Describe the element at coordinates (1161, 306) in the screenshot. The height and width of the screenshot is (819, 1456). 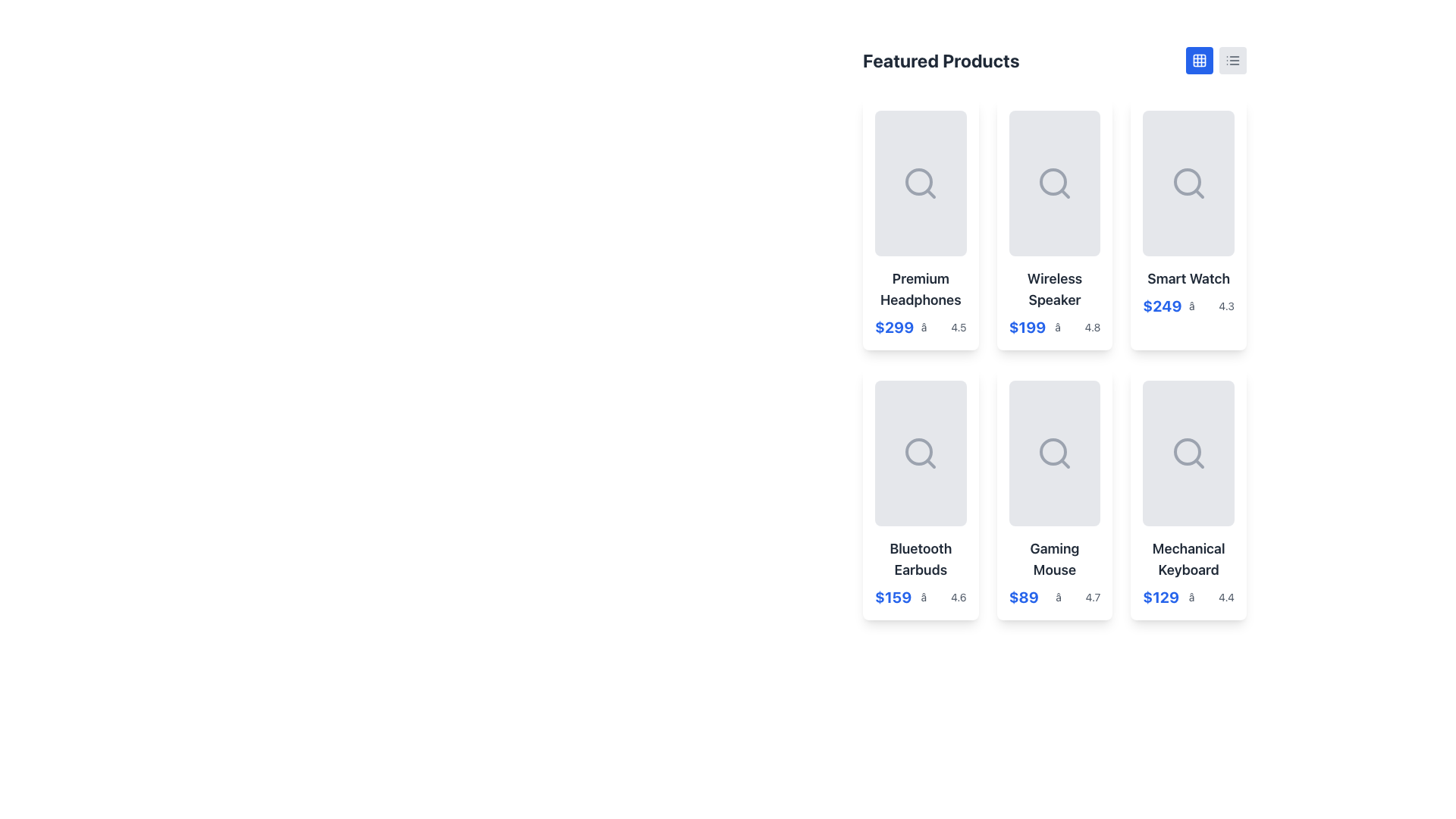
I see `the Text Label indicating the price of the 'Smart Watch' product, located in the middle card of the top row, below the product title and to the left of the rating information` at that location.